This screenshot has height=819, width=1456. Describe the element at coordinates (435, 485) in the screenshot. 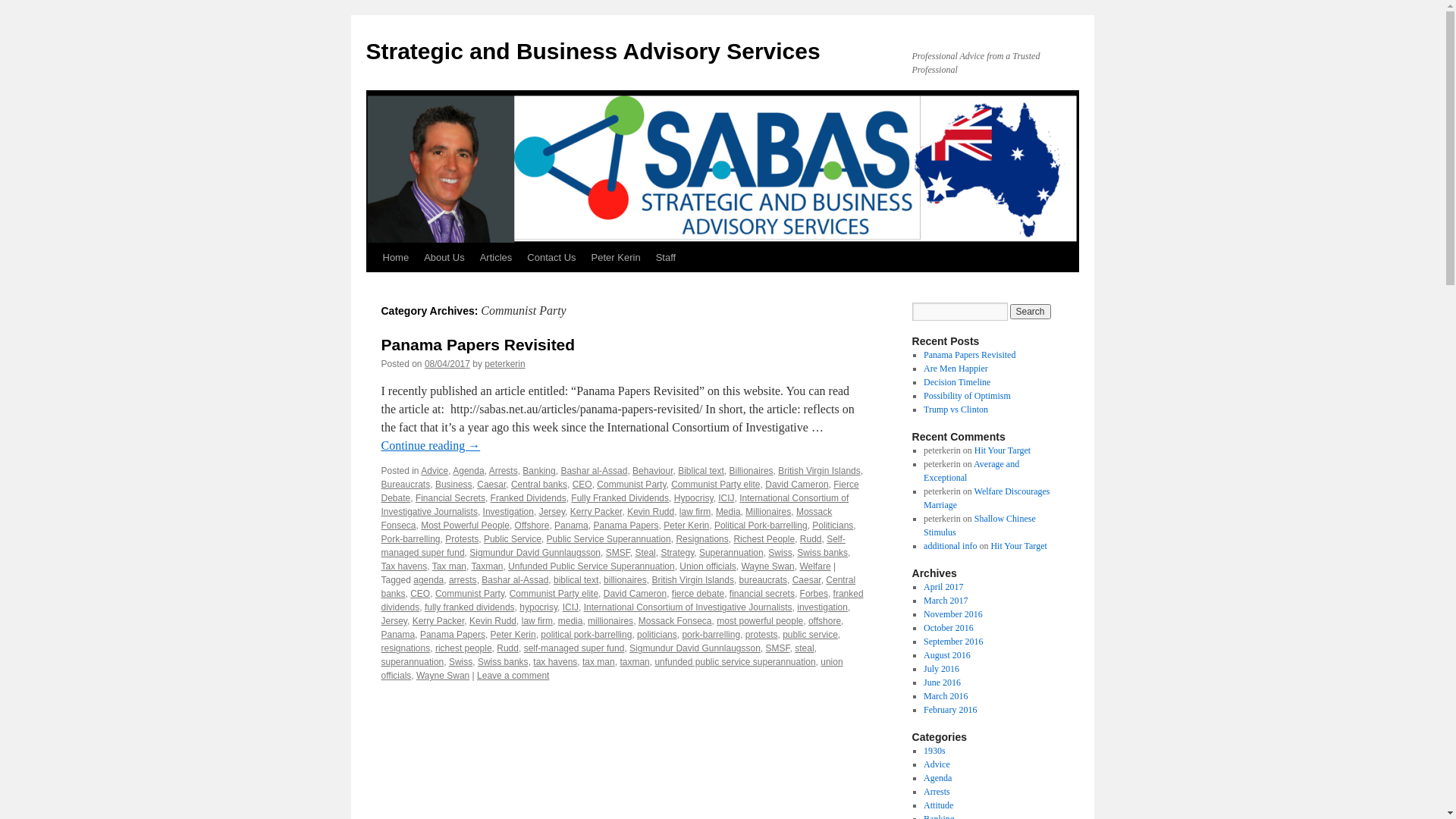

I see `'Business'` at that location.